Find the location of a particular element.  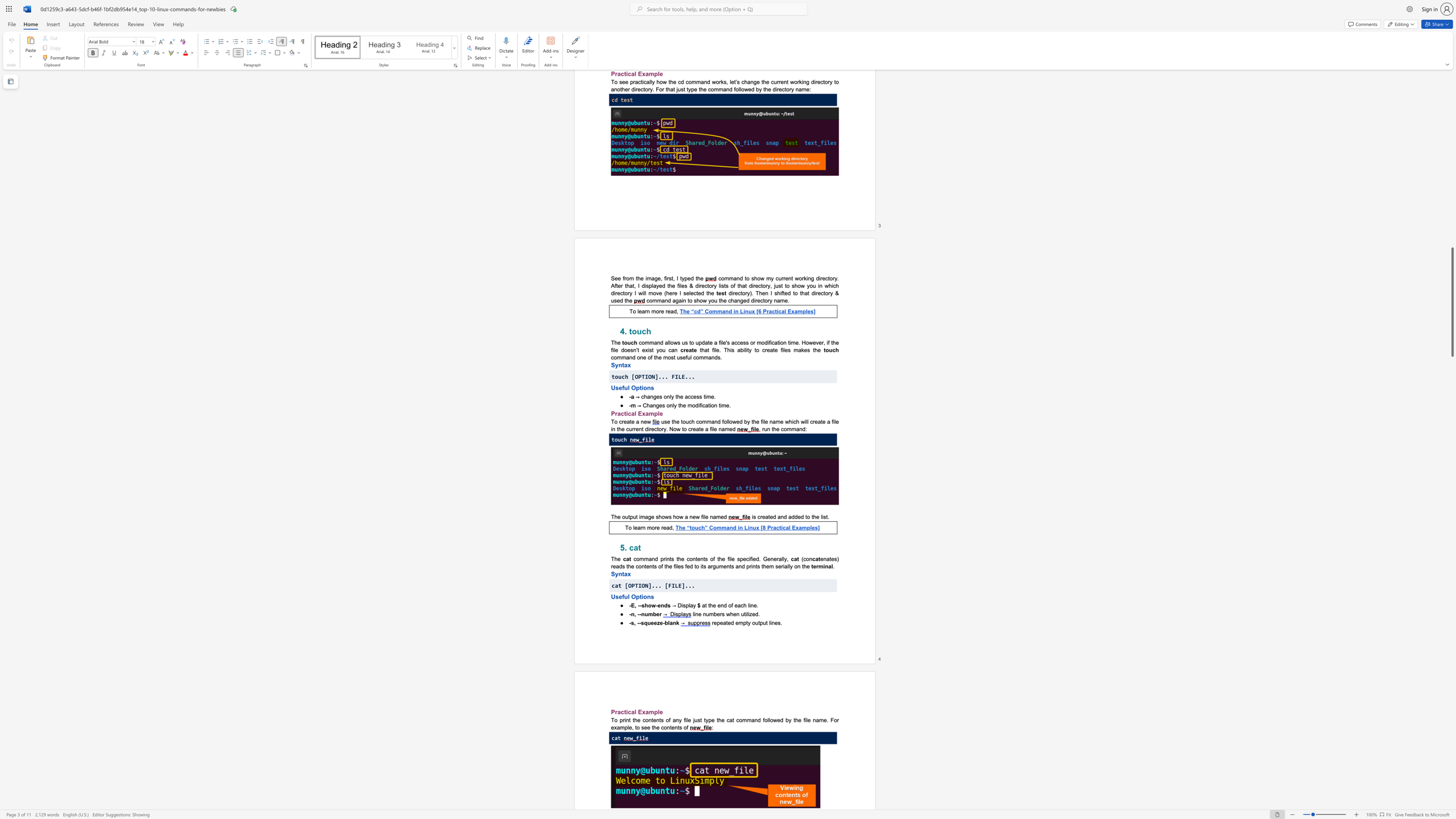

the 1th character "n" in the text is located at coordinates (632, 614).